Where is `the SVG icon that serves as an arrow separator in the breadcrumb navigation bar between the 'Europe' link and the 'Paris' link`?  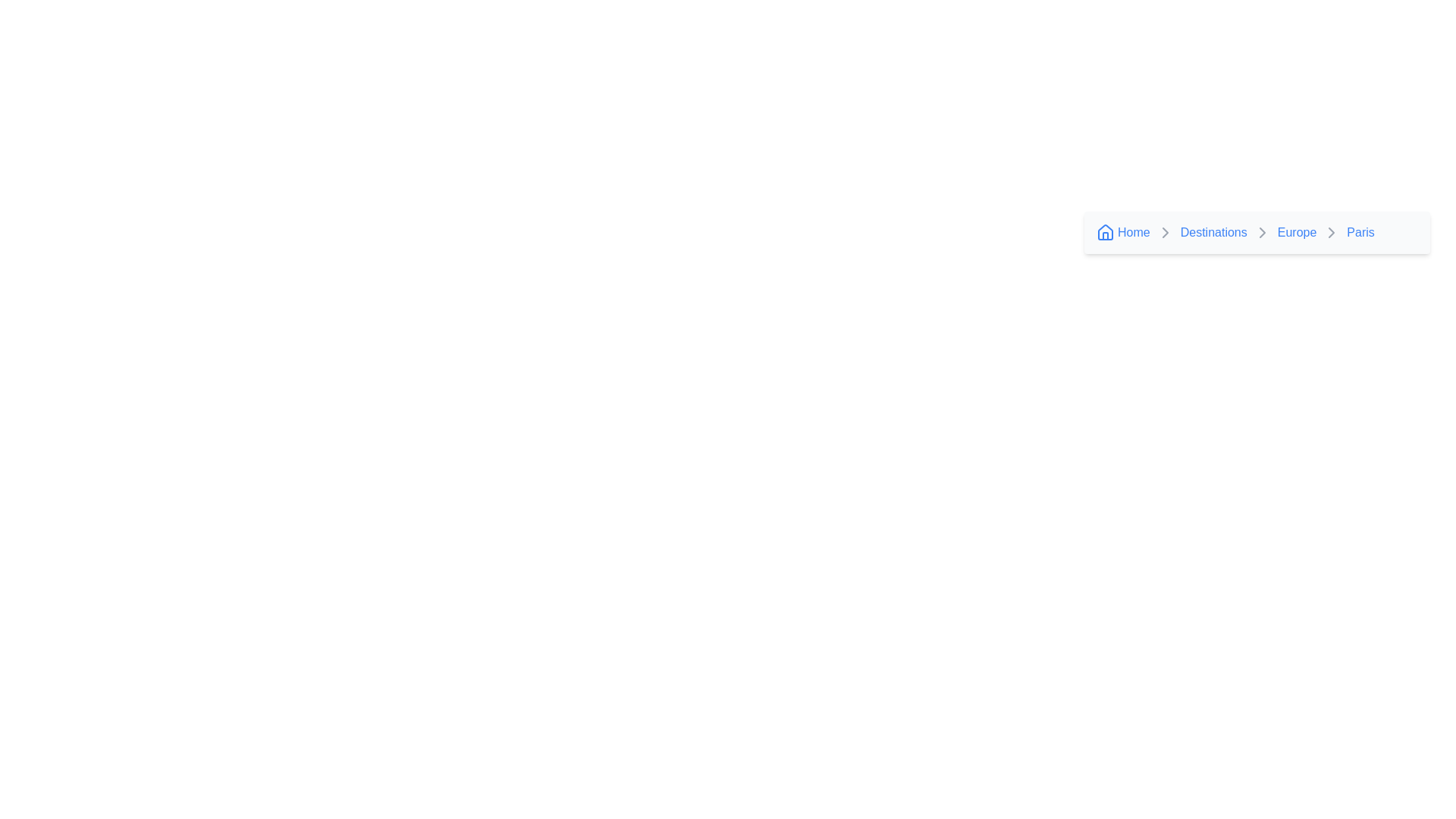
the SVG icon that serves as an arrow separator in the breadcrumb navigation bar between the 'Europe' link and the 'Paris' link is located at coordinates (1331, 233).